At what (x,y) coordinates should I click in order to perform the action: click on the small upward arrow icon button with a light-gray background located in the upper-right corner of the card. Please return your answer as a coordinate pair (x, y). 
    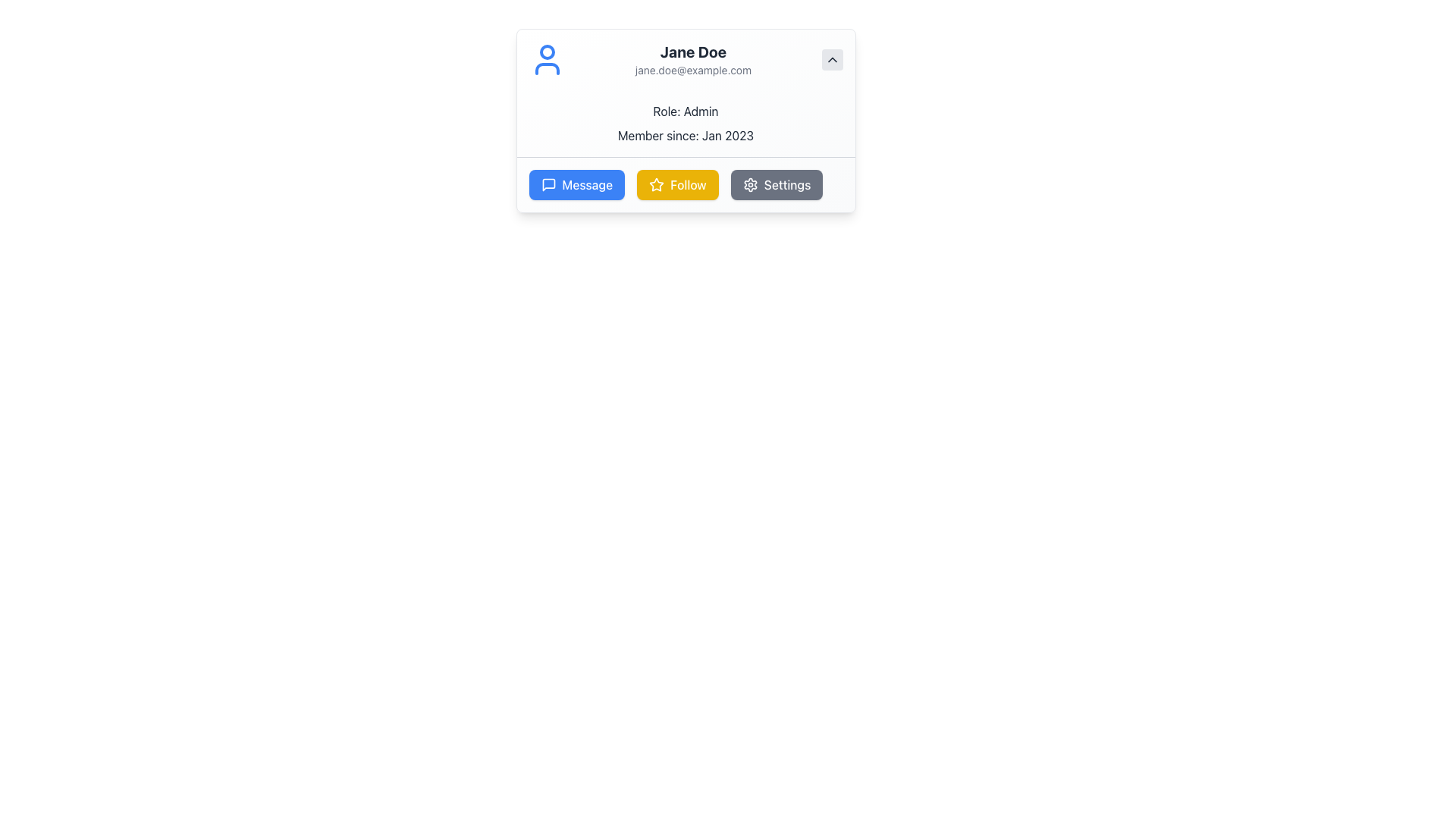
    Looking at the image, I should click on (831, 58).